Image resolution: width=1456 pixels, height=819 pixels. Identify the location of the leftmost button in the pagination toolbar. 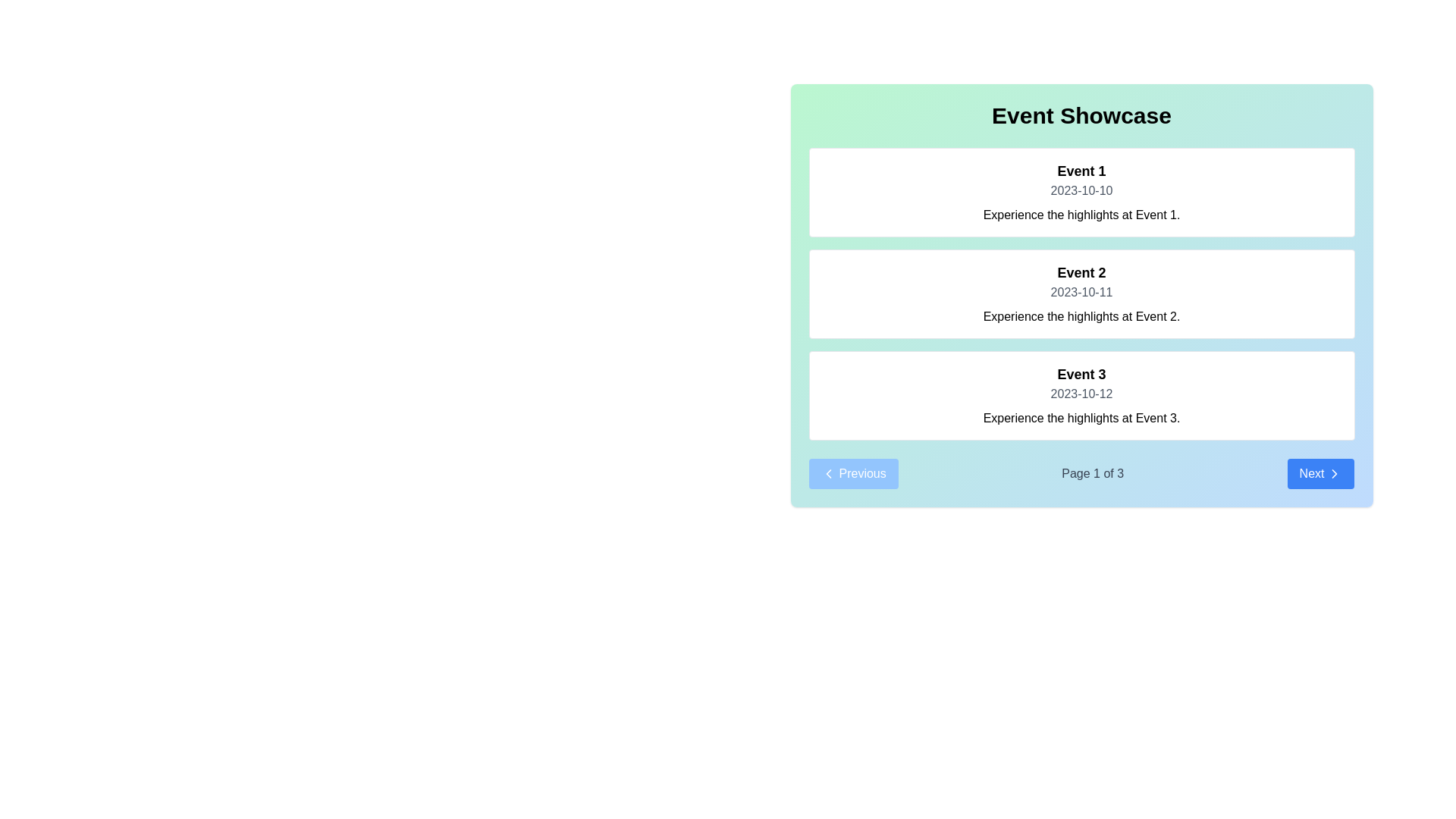
(853, 472).